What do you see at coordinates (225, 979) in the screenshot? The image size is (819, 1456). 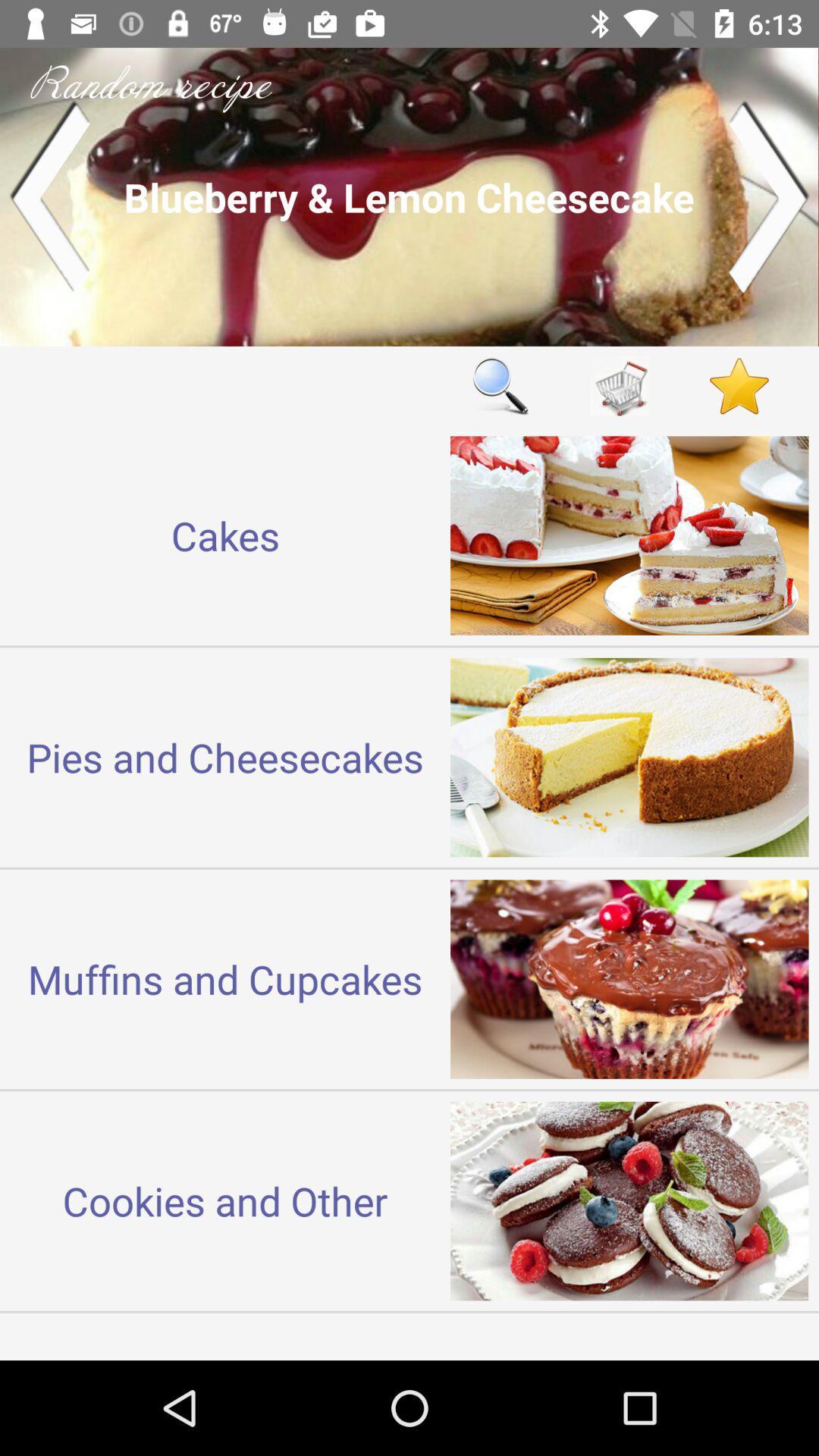 I see `icon below pies and cheesecakes icon` at bounding box center [225, 979].